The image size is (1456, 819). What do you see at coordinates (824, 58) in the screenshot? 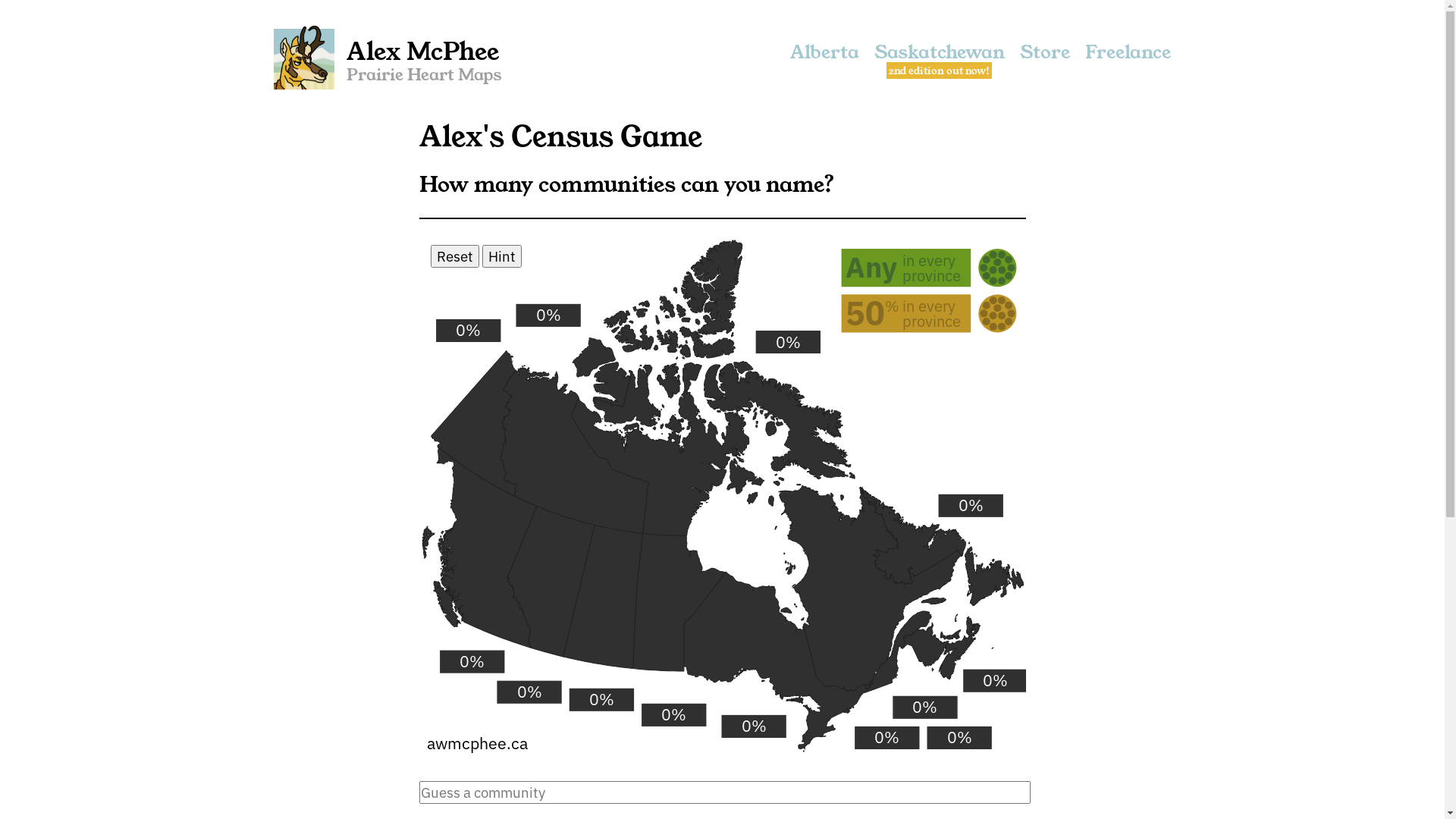
I see `'Alberta'` at bounding box center [824, 58].